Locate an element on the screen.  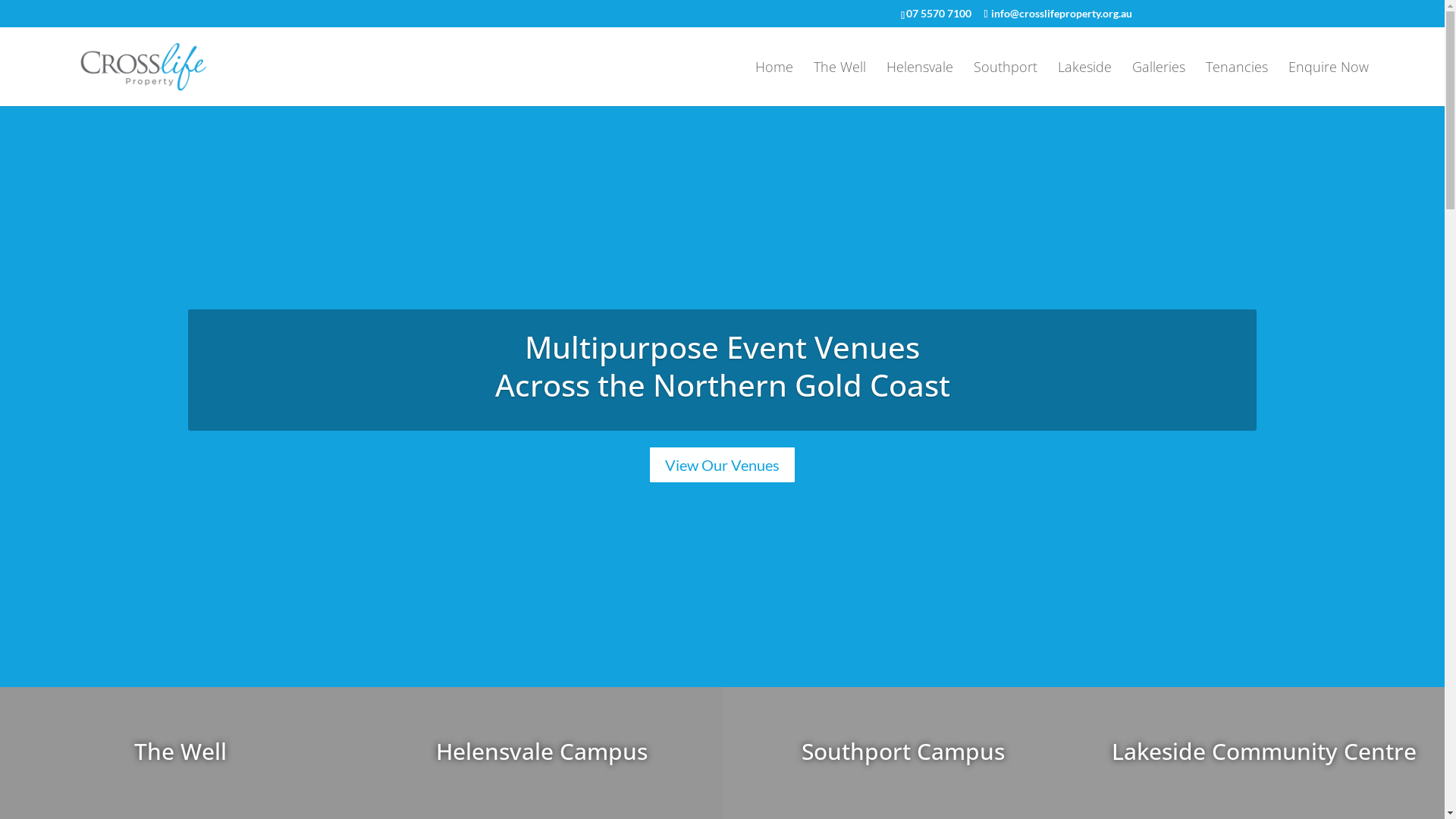
'Galleries' is located at coordinates (1157, 83).